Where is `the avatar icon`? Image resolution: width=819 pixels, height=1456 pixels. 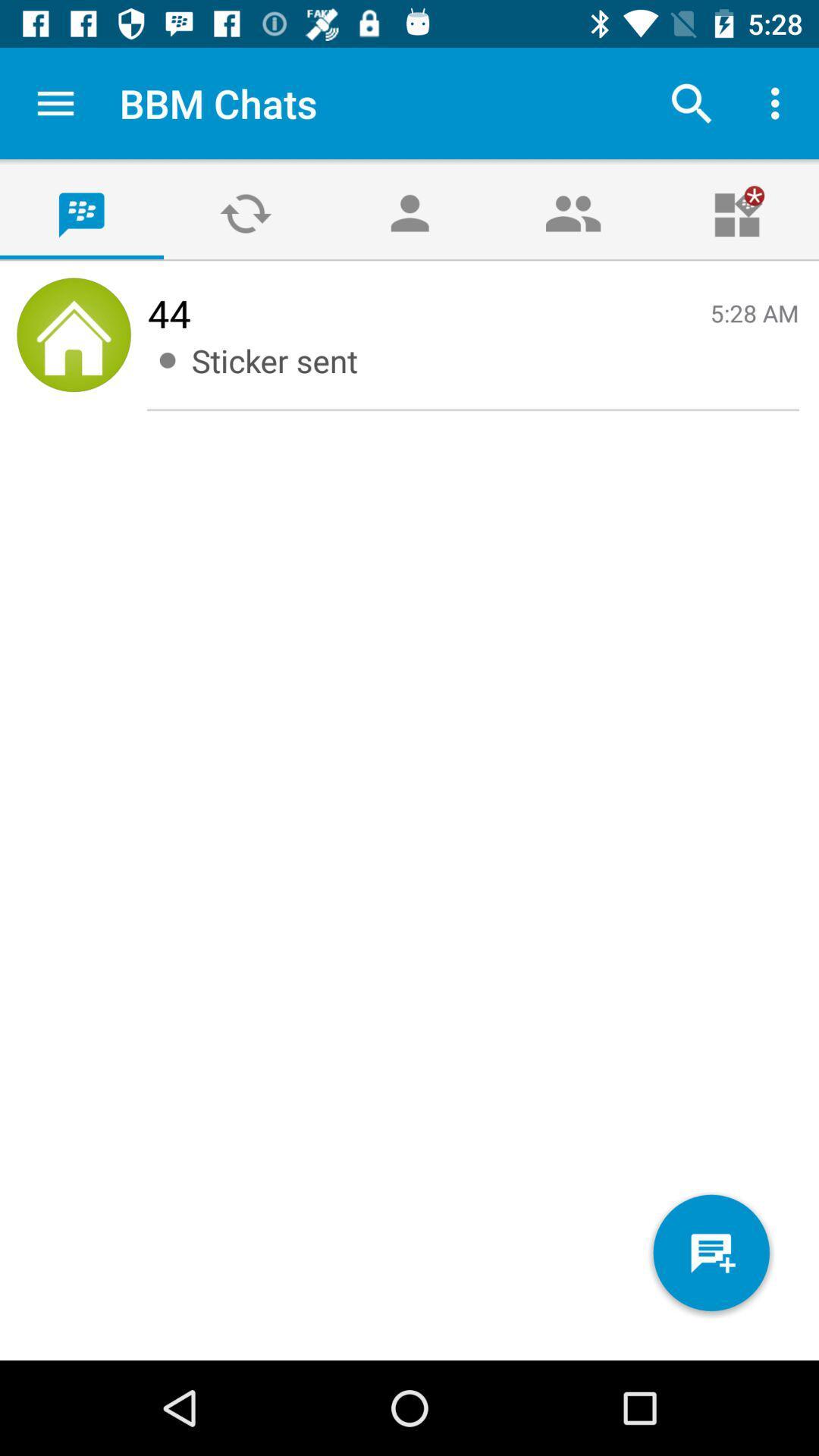
the avatar icon is located at coordinates (409, 212).